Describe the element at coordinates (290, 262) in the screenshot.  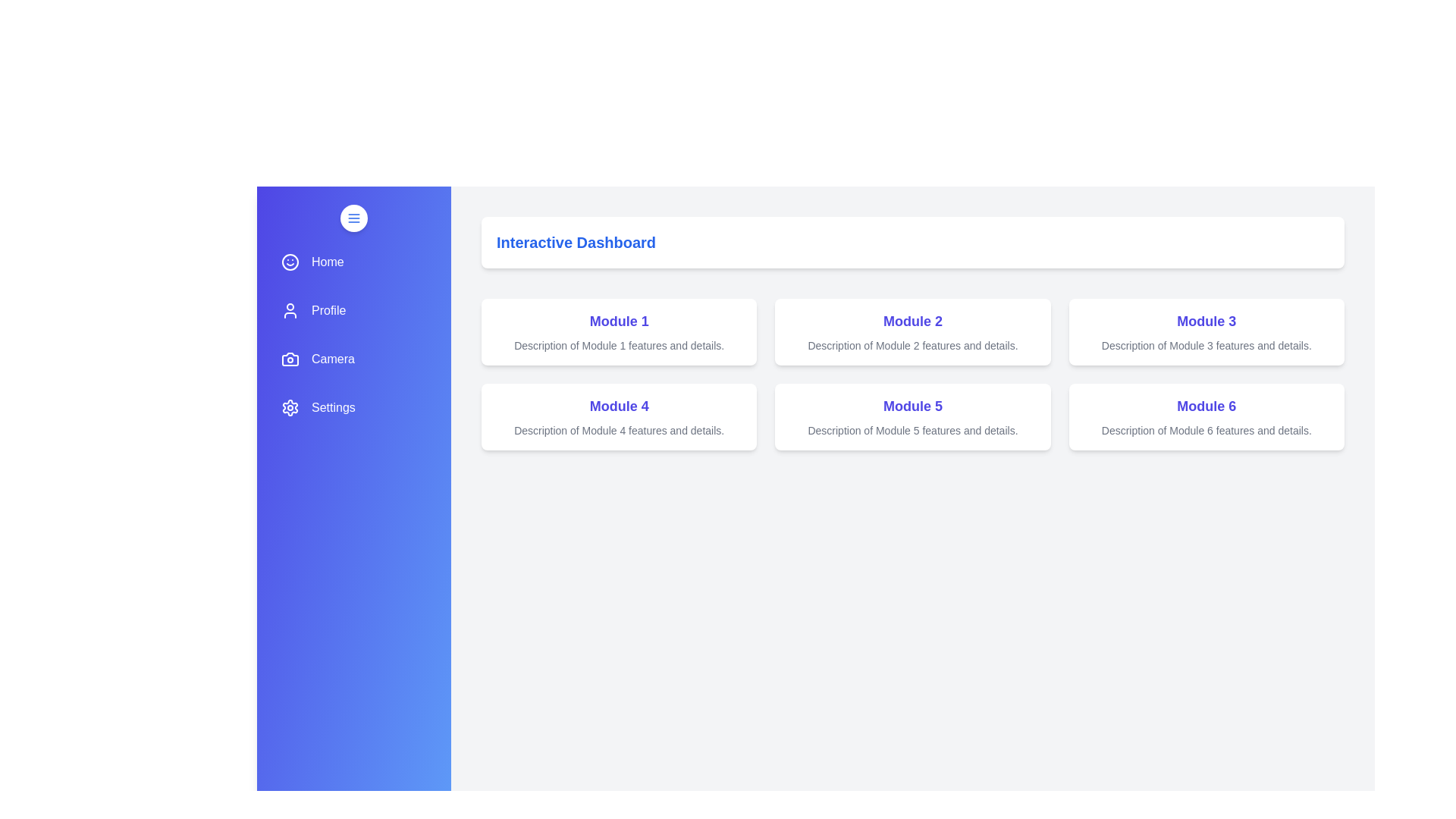
I see `the 'Home' navigation icon located on the left-hand side panel` at that location.